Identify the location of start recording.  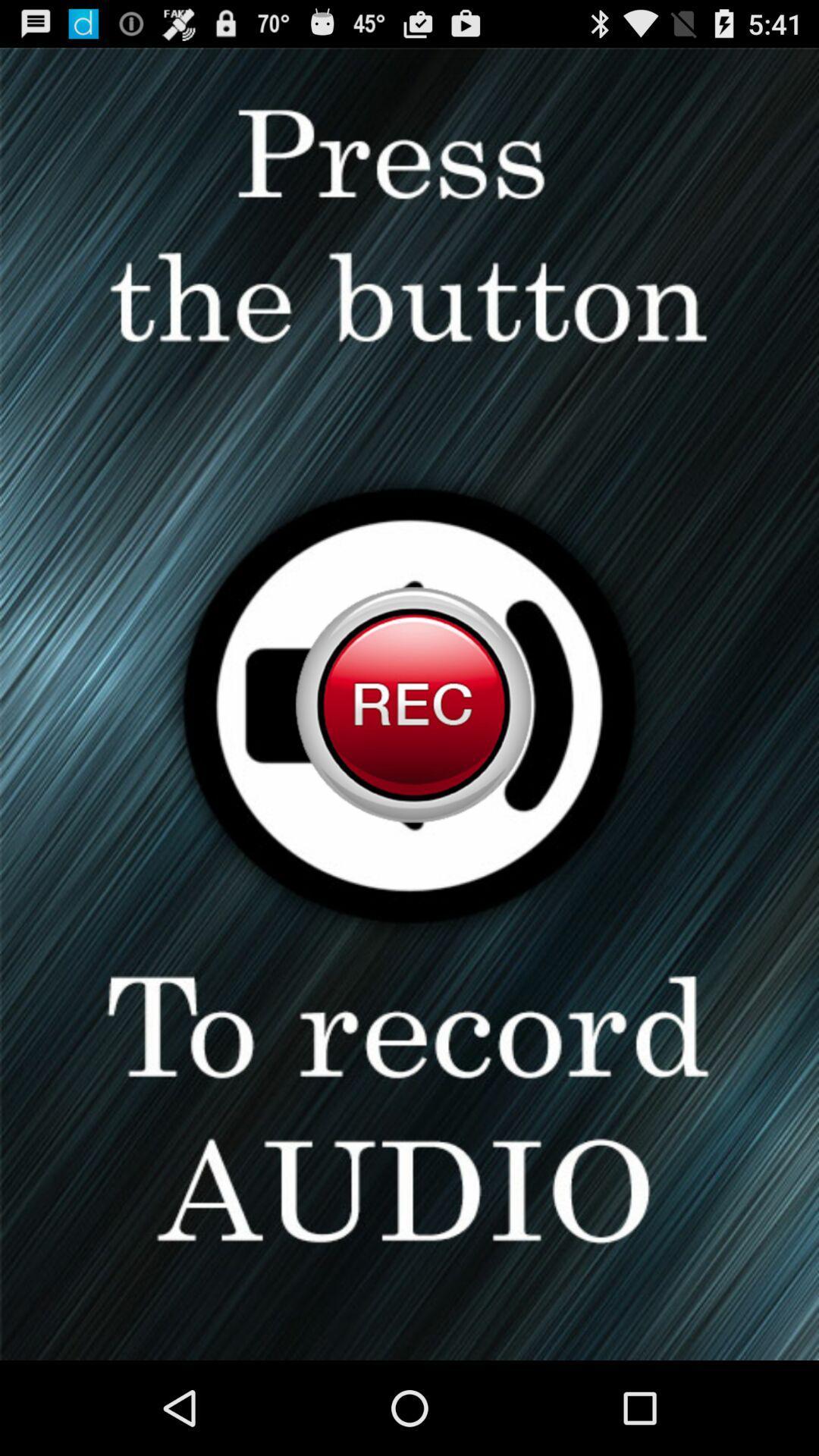
(409, 703).